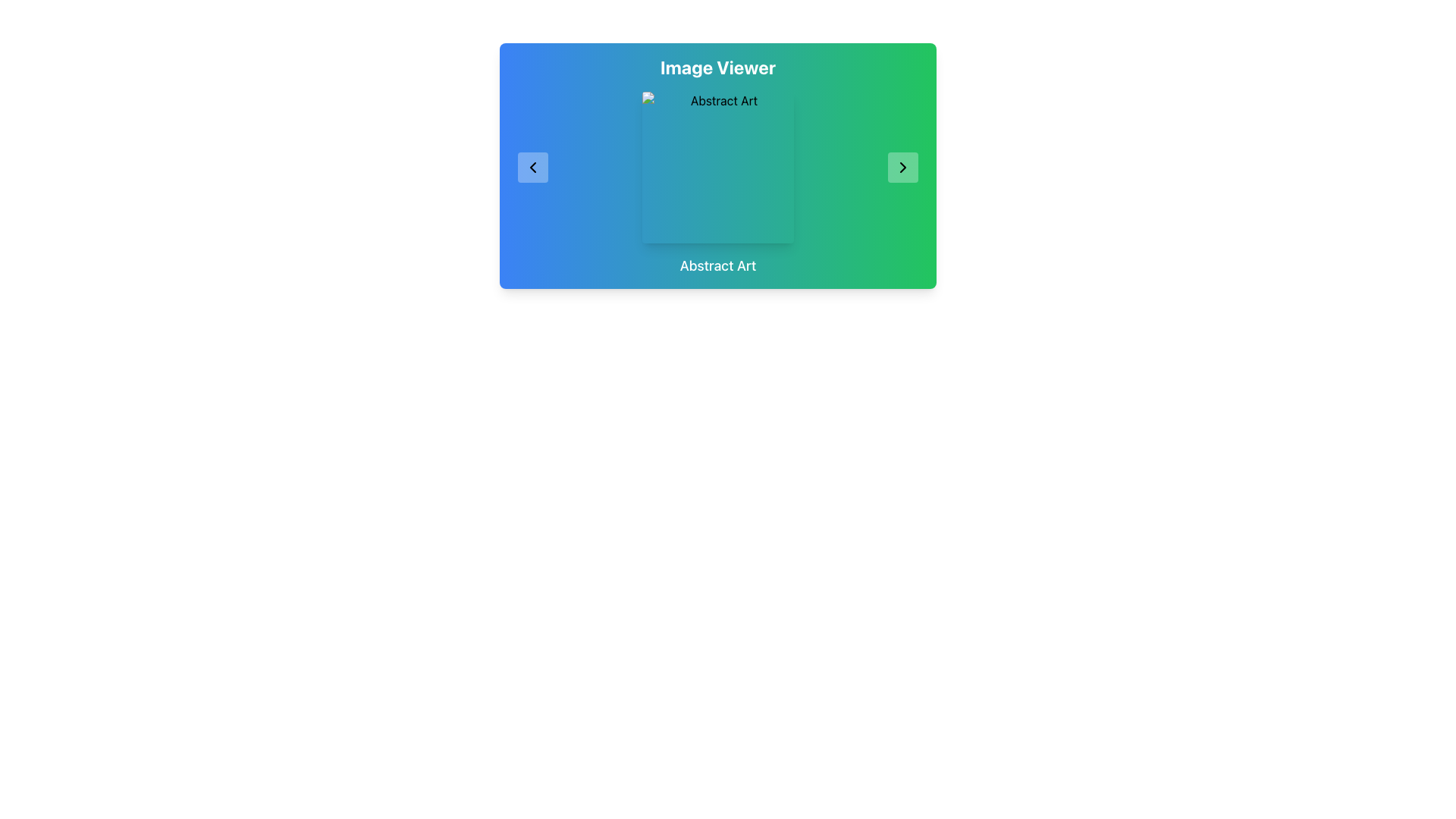 The height and width of the screenshot is (819, 1456). Describe the element at coordinates (902, 167) in the screenshot. I see `the arrow icon embedded in the SVG element to invoke navigation forward or rightwards in the interface` at that location.